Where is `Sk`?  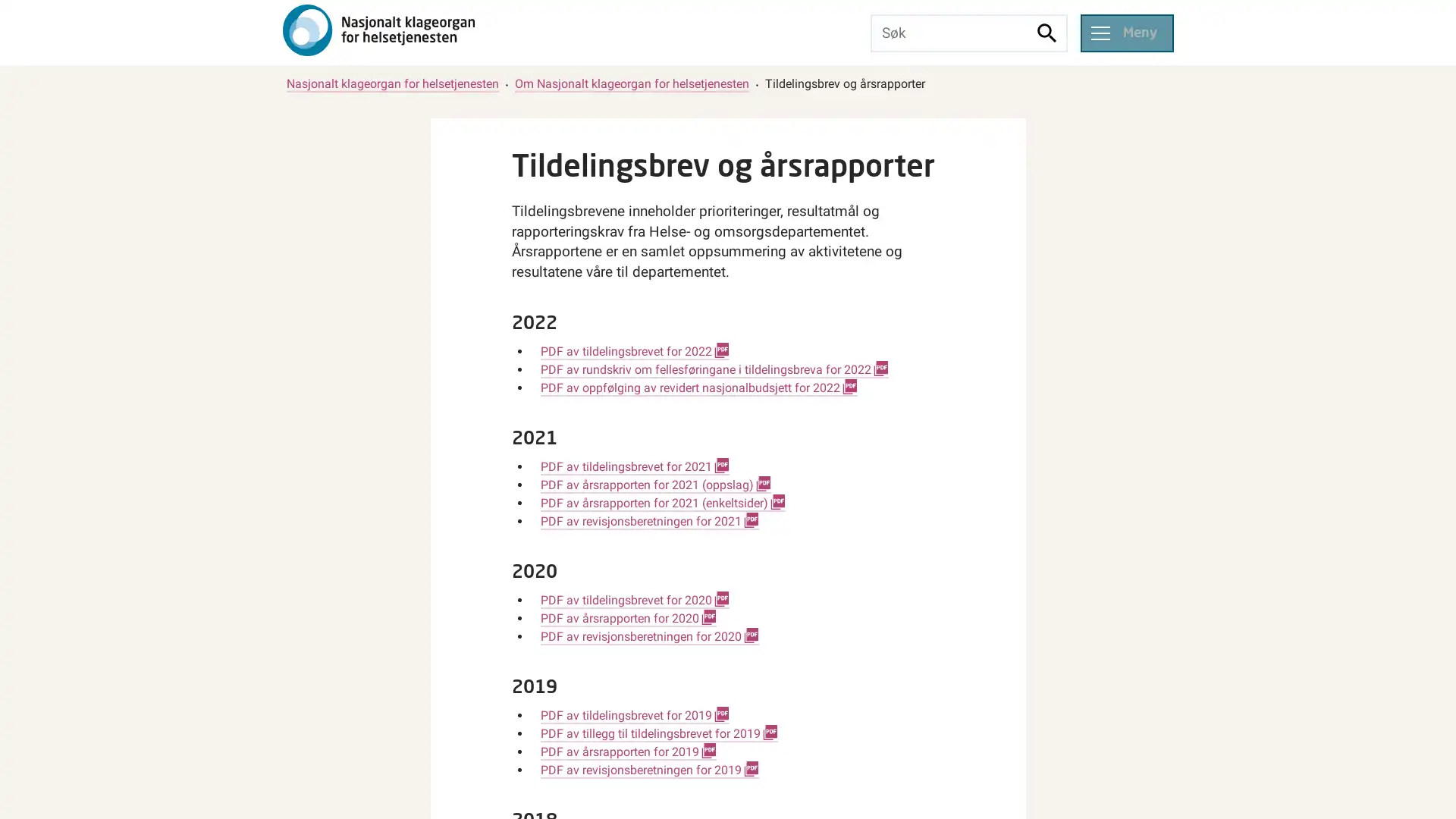 Sk is located at coordinates (1046, 32).